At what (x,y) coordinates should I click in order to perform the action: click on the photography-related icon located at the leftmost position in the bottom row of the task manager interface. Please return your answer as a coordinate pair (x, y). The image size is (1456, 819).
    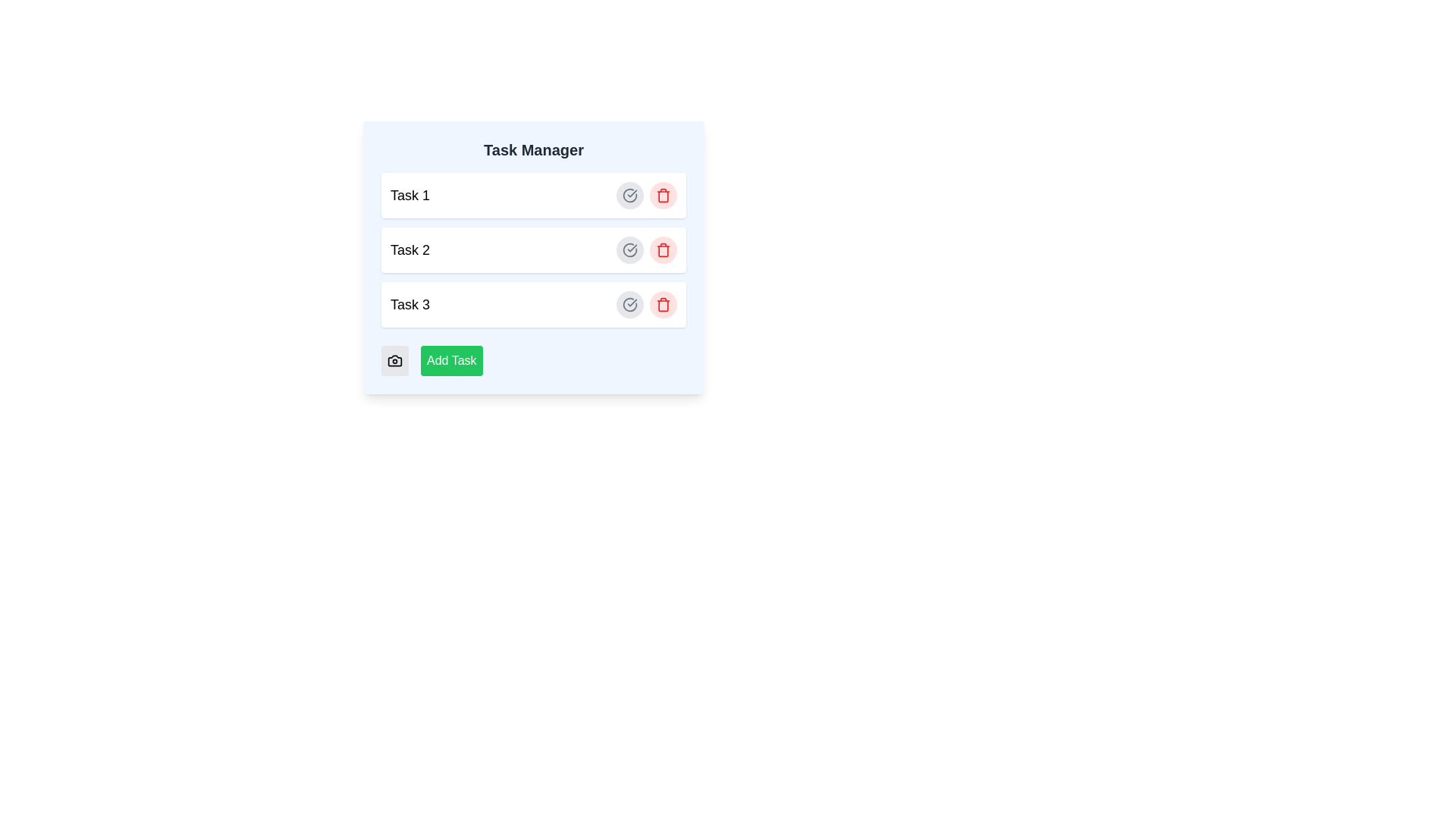
    Looking at the image, I should click on (395, 360).